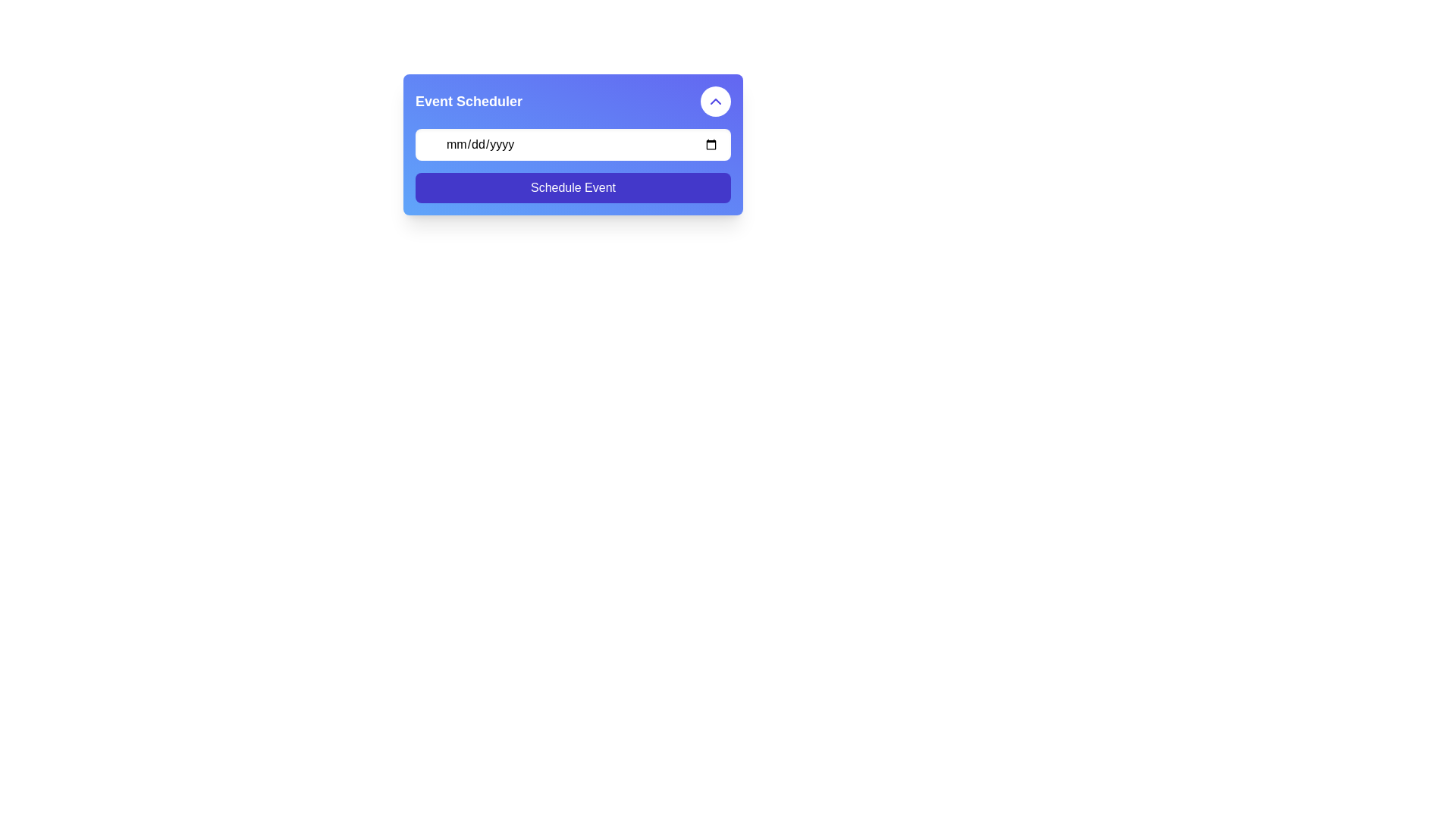 The height and width of the screenshot is (819, 1456). I want to click on the upward action SVG icon located in the top-right corner of the interface, to the right of the blue card containing form elements, so click(715, 102).